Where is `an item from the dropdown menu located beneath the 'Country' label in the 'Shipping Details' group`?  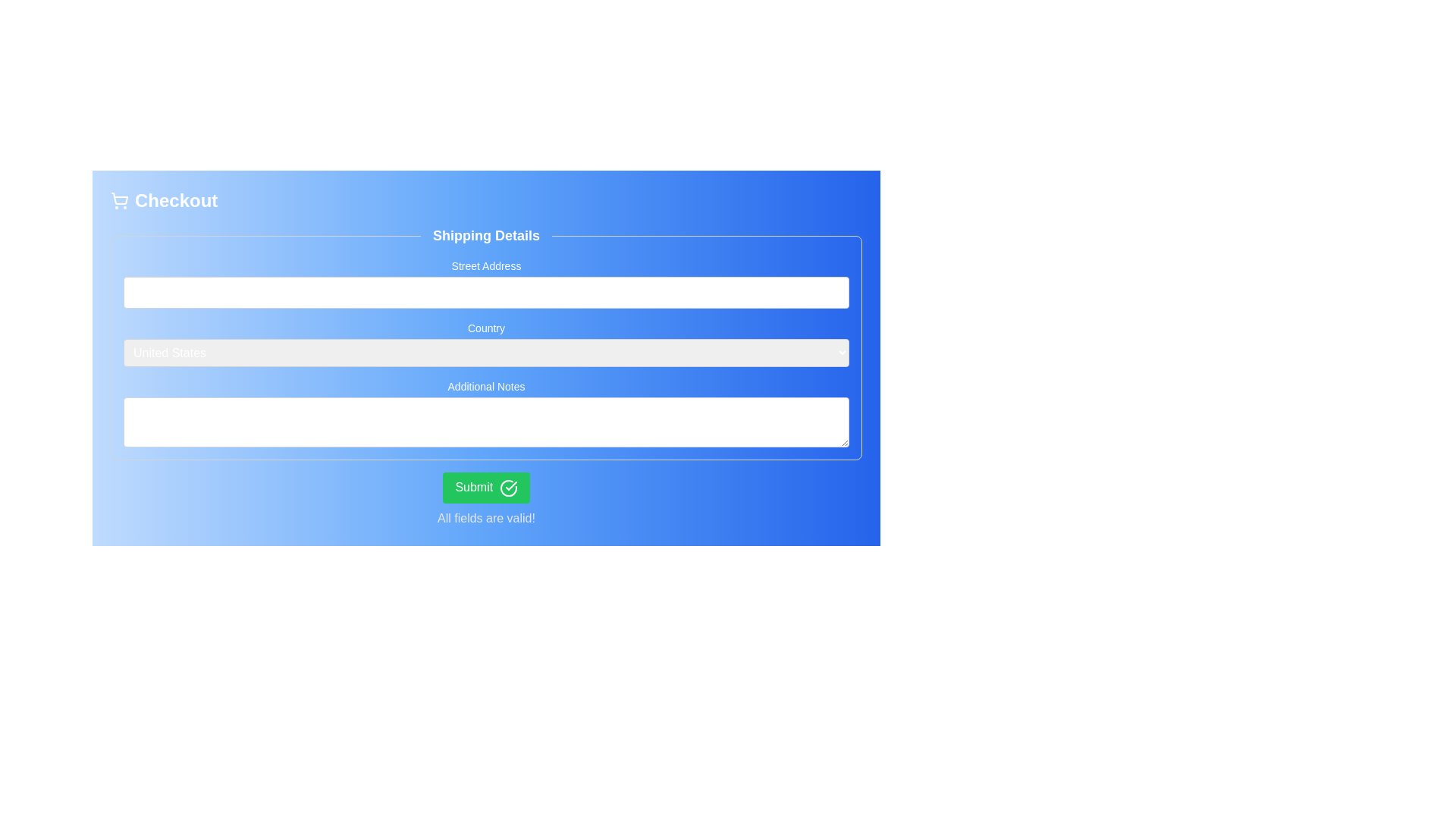 an item from the dropdown menu located beneath the 'Country' label in the 'Shipping Details' group is located at coordinates (486, 353).